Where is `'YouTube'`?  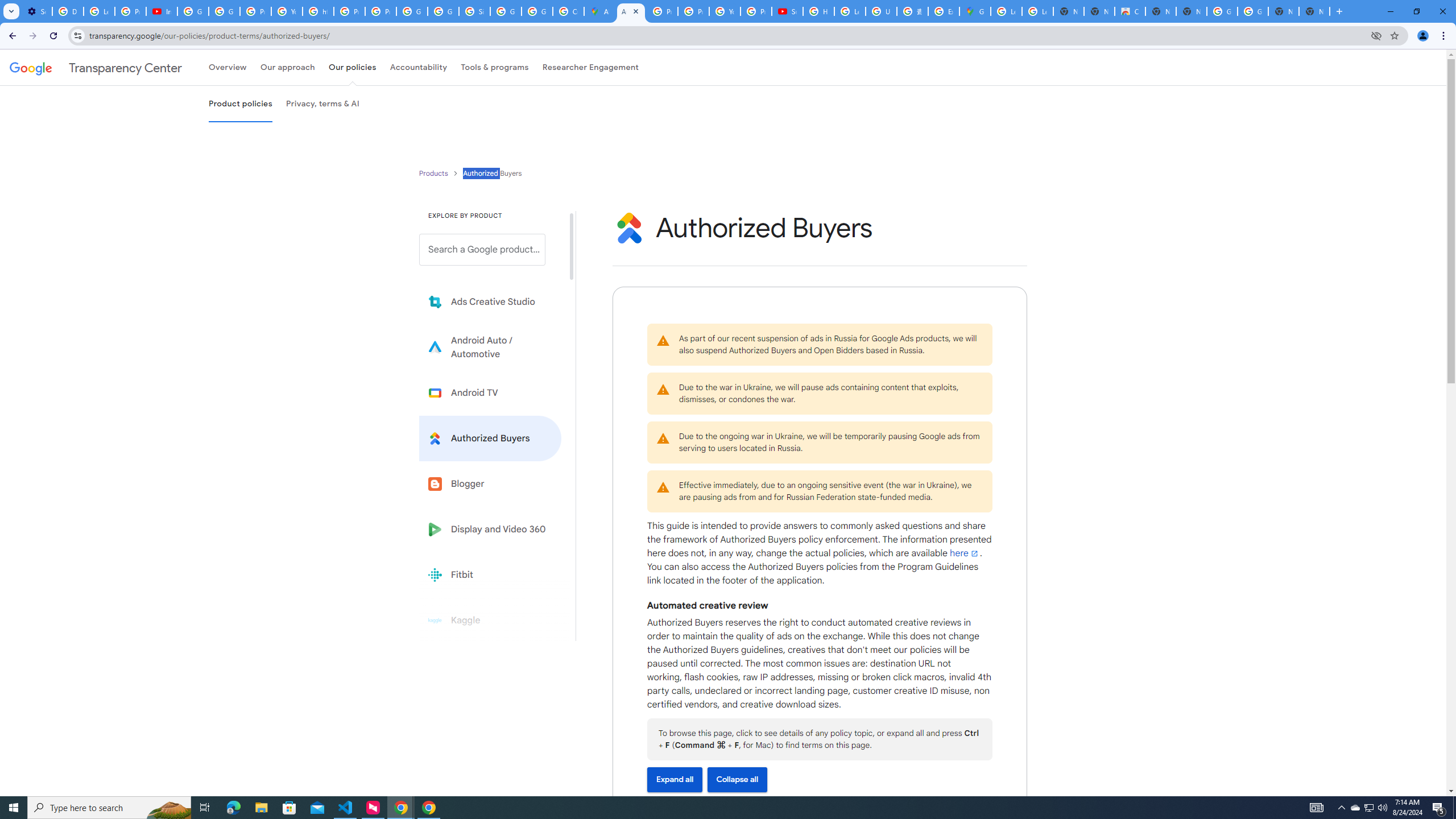
'YouTube' is located at coordinates (724, 11).